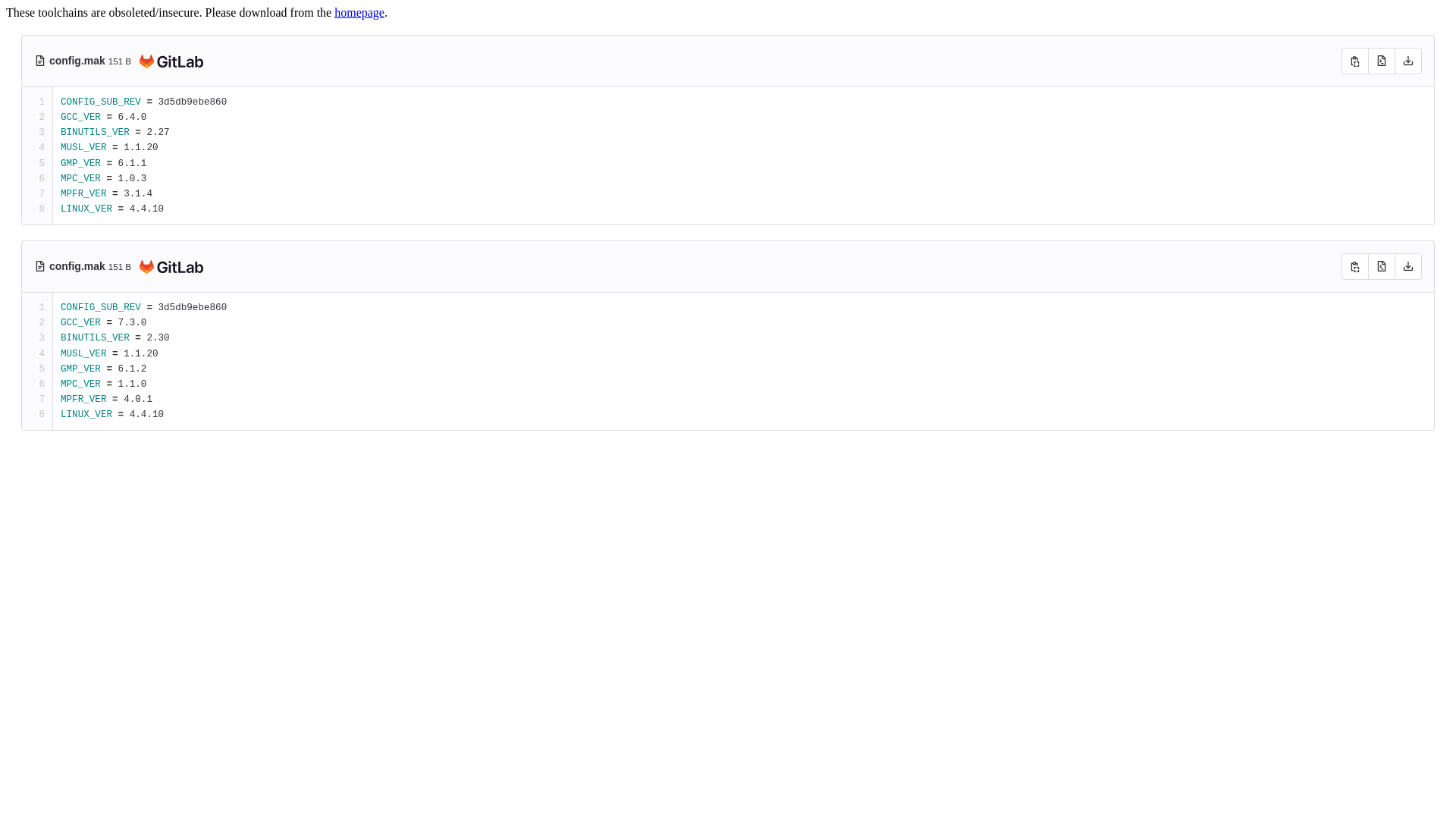 Image resolution: width=1456 pixels, height=819 pixels. What do you see at coordinates (168, 267) in the screenshot?
I see `'View on GitLab'` at bounding box center [168, 267].